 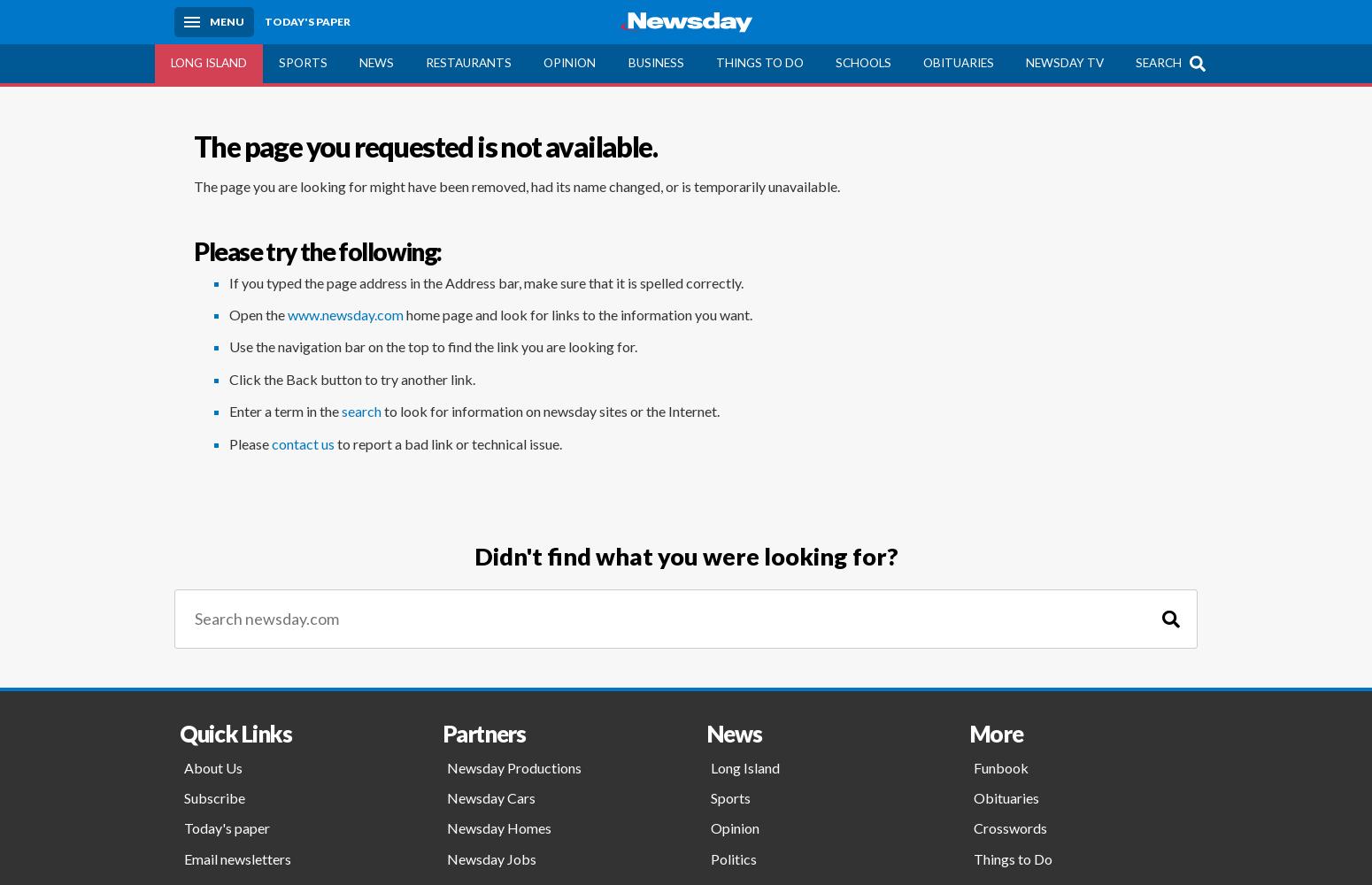 What do you see at coordinates (499, 827) in the screenshot?
I see `'Newsday Homes'` at bounding box center [499, 827].